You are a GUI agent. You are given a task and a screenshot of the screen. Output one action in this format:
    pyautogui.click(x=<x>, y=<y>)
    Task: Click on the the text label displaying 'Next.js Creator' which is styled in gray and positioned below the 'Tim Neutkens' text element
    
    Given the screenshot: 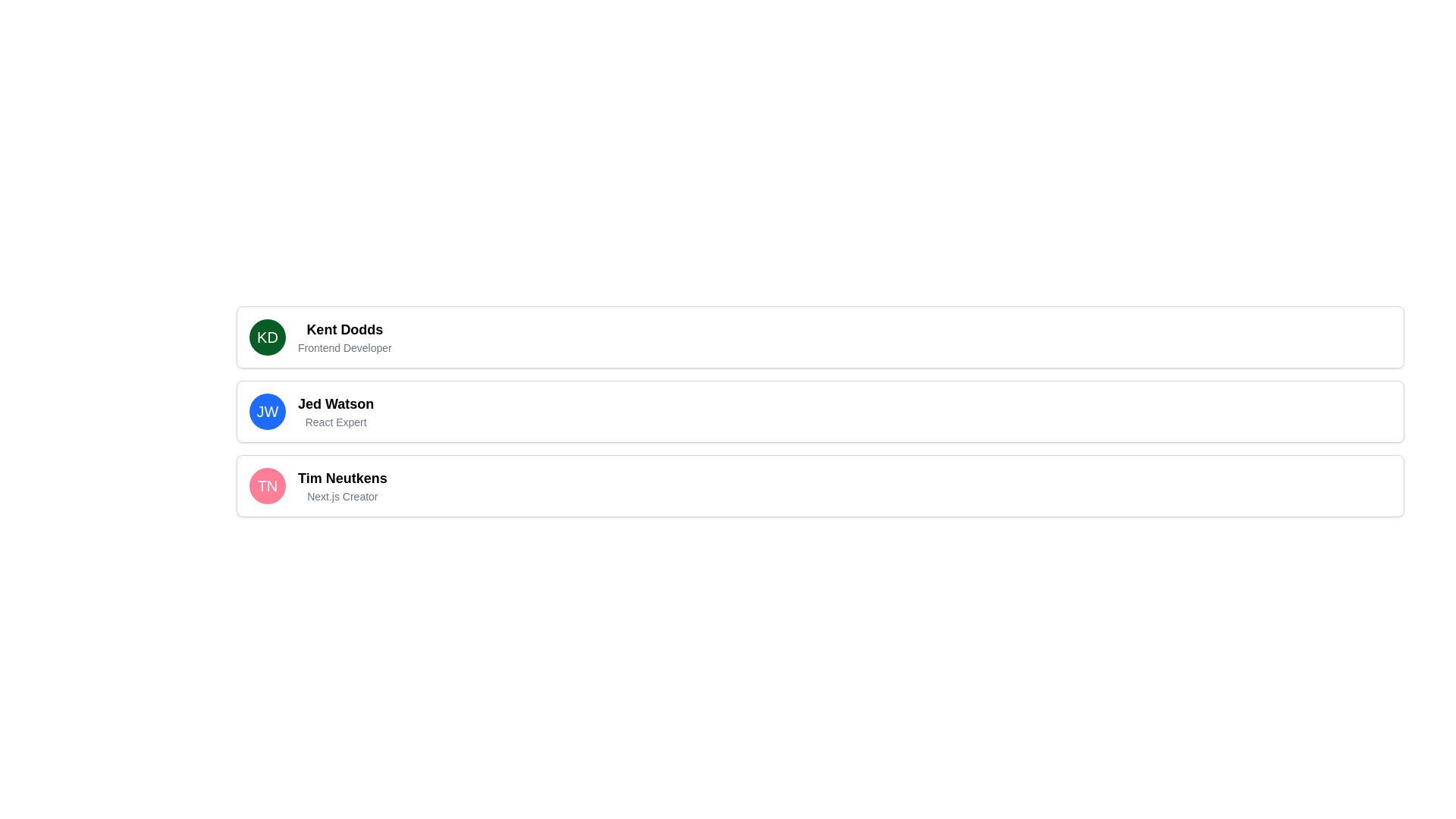 What is the action you would take?
    pyautogui.click(x=341, y=497)
    